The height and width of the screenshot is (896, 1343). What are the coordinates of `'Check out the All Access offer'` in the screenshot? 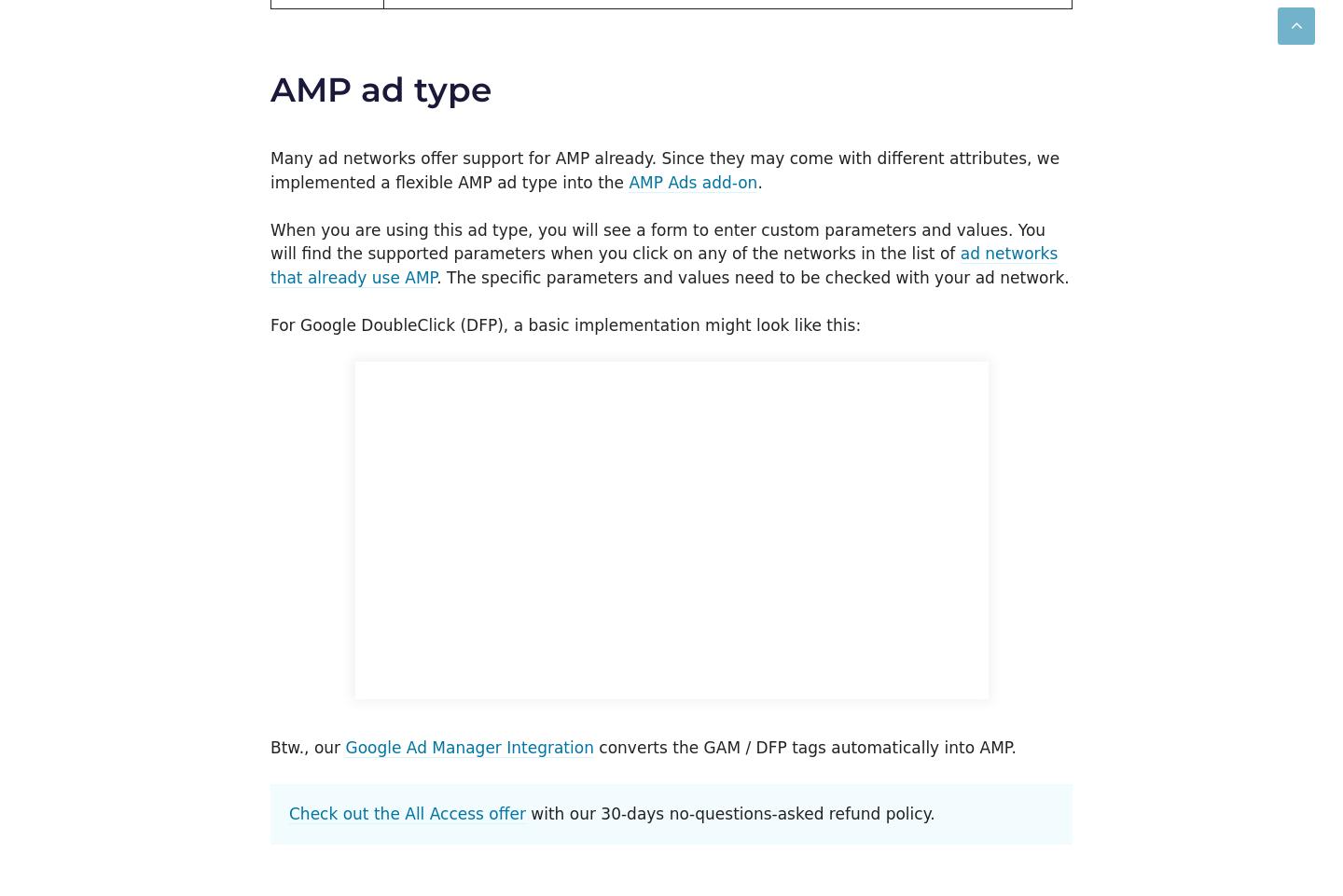 It's located at (407, 812).